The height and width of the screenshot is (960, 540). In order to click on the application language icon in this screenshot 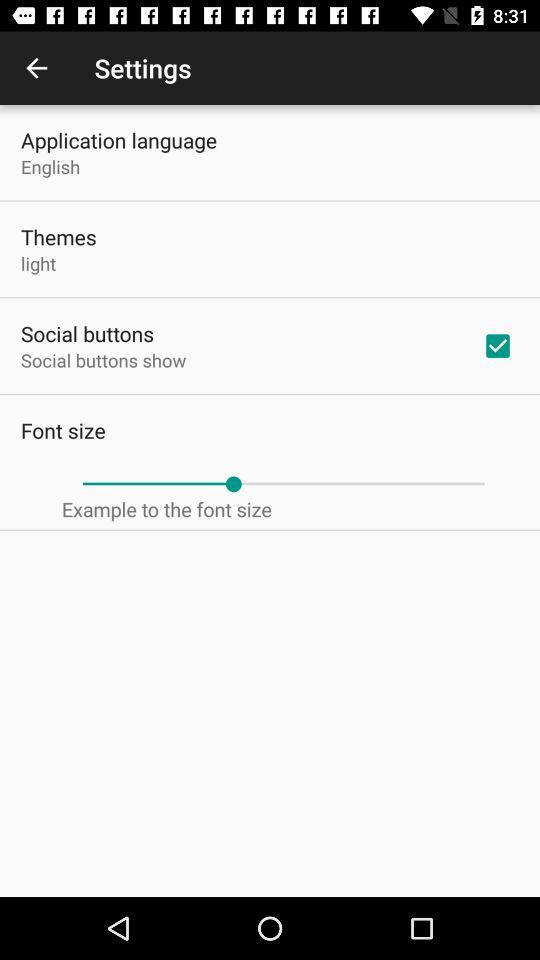, I will do `click(119, 139)`.